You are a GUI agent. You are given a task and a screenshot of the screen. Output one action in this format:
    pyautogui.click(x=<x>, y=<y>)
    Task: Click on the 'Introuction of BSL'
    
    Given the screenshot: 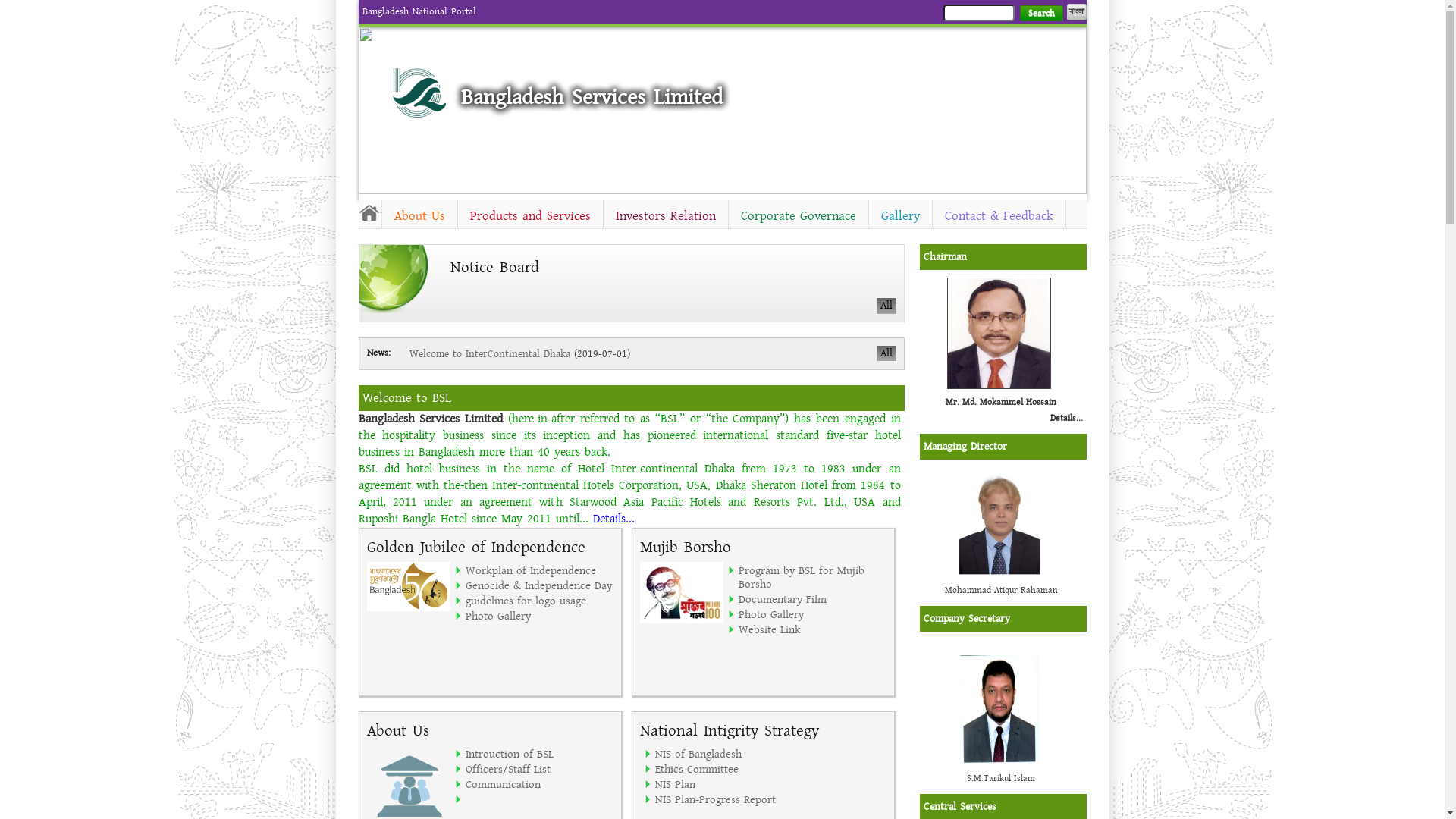 What is the action you would take?
    pyautogui.click(x=539, y=754)
    